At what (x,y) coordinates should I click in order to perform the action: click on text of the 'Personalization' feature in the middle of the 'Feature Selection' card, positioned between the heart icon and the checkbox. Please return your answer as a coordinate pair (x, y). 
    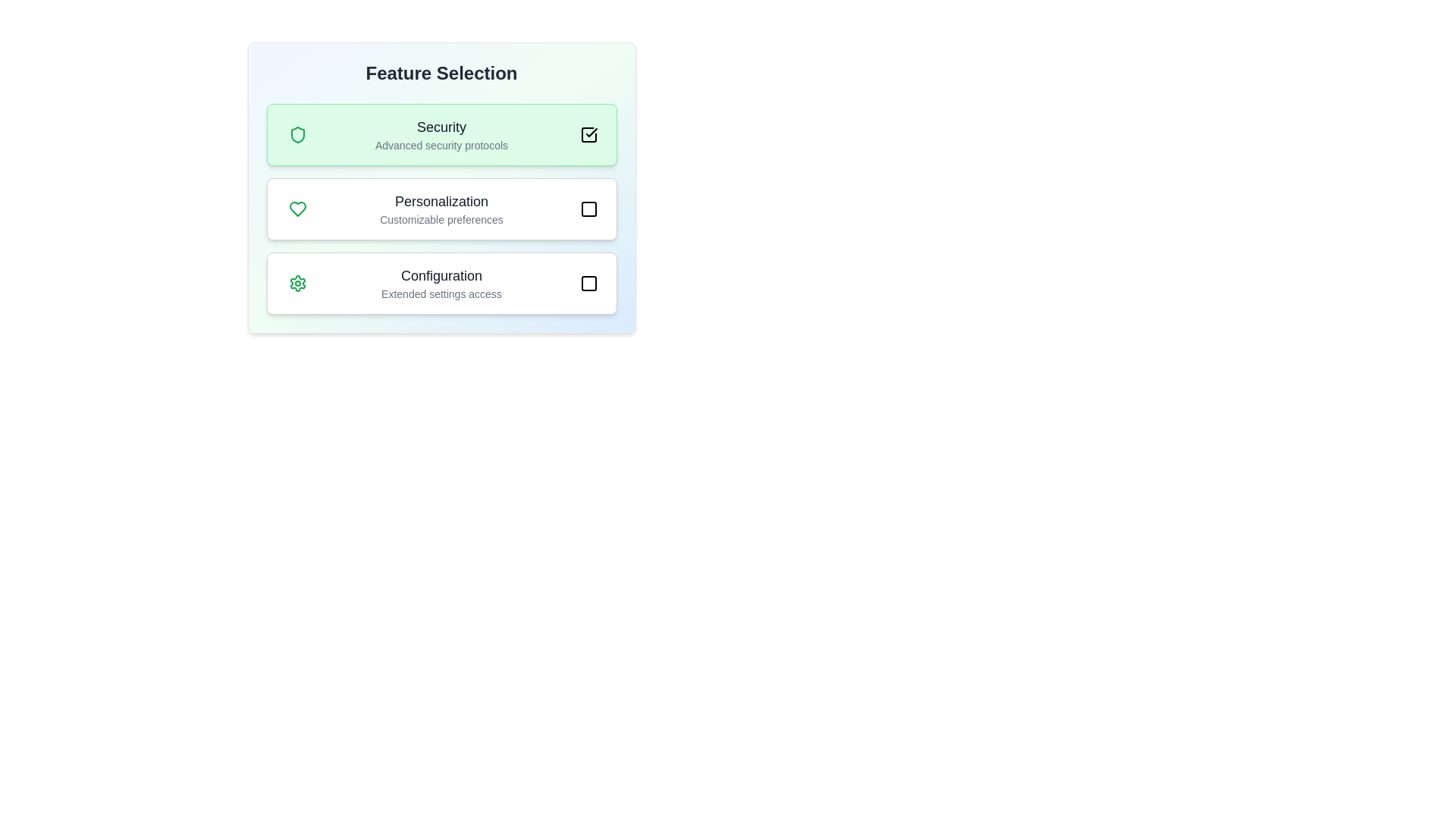
    Looking at the image, I should click on (441, 209).